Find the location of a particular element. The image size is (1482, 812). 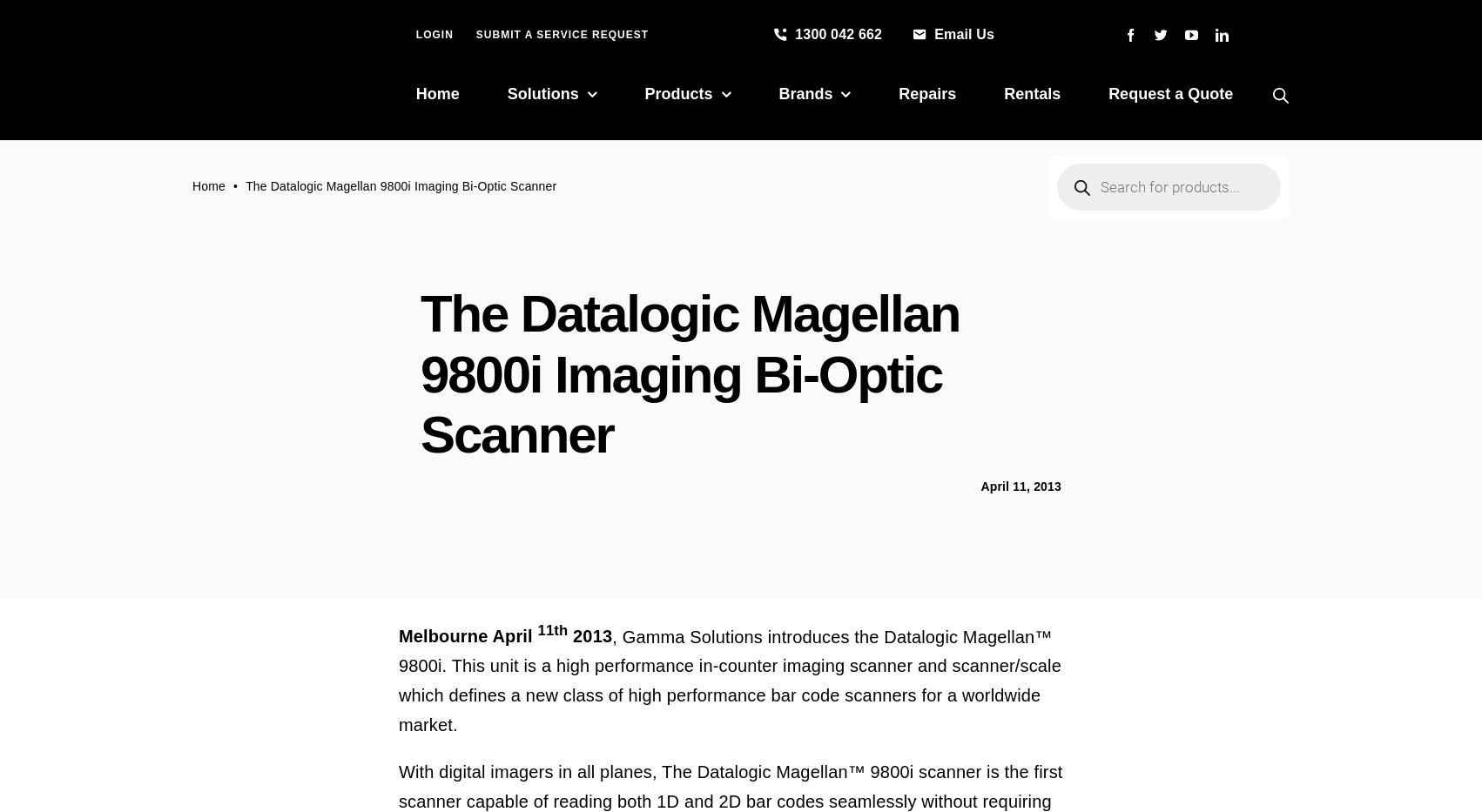

'Barcode Printers' is located at coordinates (708, 208).